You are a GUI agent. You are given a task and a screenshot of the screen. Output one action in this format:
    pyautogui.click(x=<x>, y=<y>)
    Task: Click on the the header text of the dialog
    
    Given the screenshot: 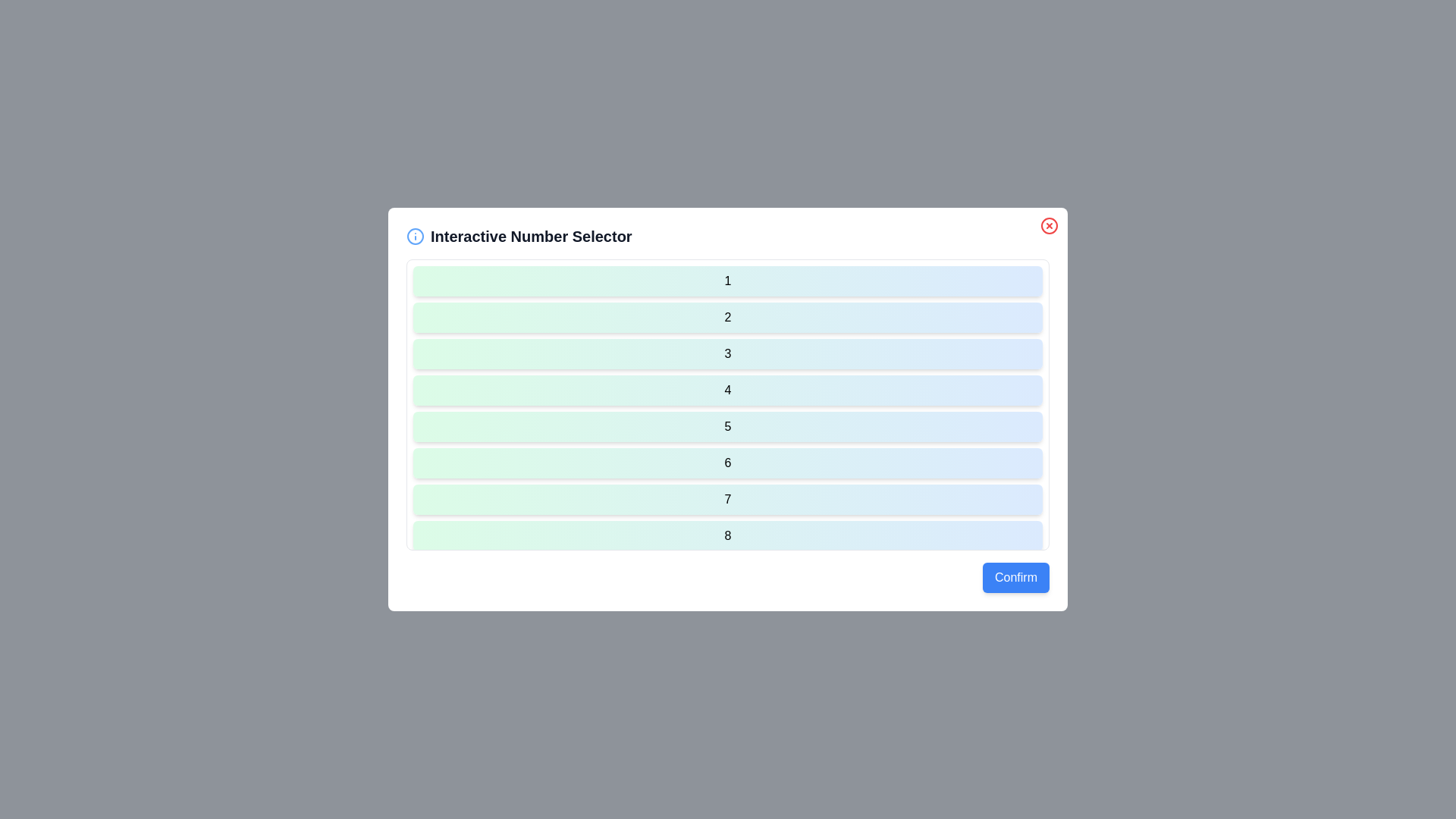 What is the action you would take?
    pyautogui.click(x=728, y=237)
    